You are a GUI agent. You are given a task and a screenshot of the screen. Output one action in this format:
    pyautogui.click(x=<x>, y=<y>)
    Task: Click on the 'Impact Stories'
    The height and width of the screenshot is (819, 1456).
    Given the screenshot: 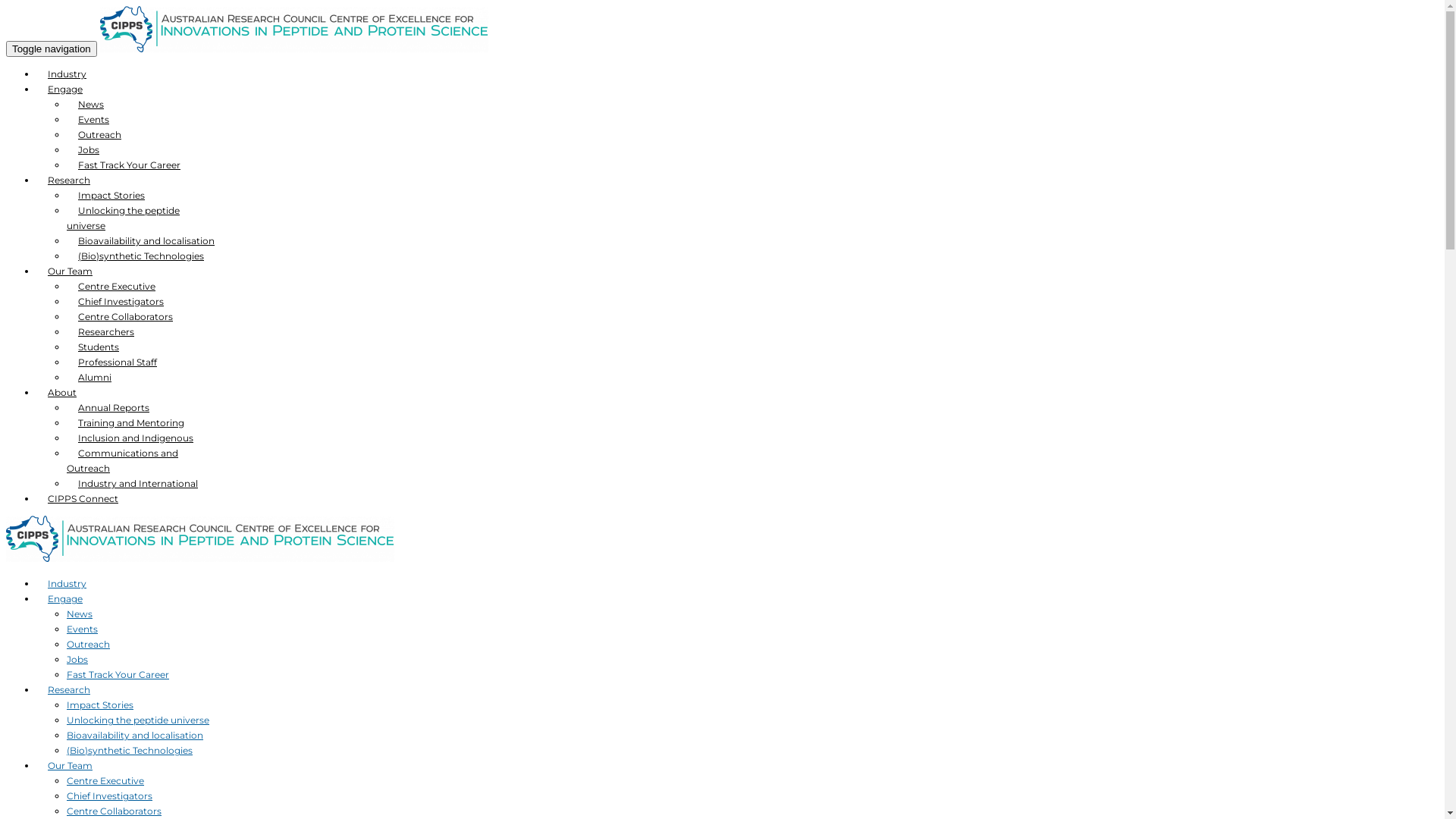 What is the action you would take?
    pyautogui.click(x=99, y=704)
    